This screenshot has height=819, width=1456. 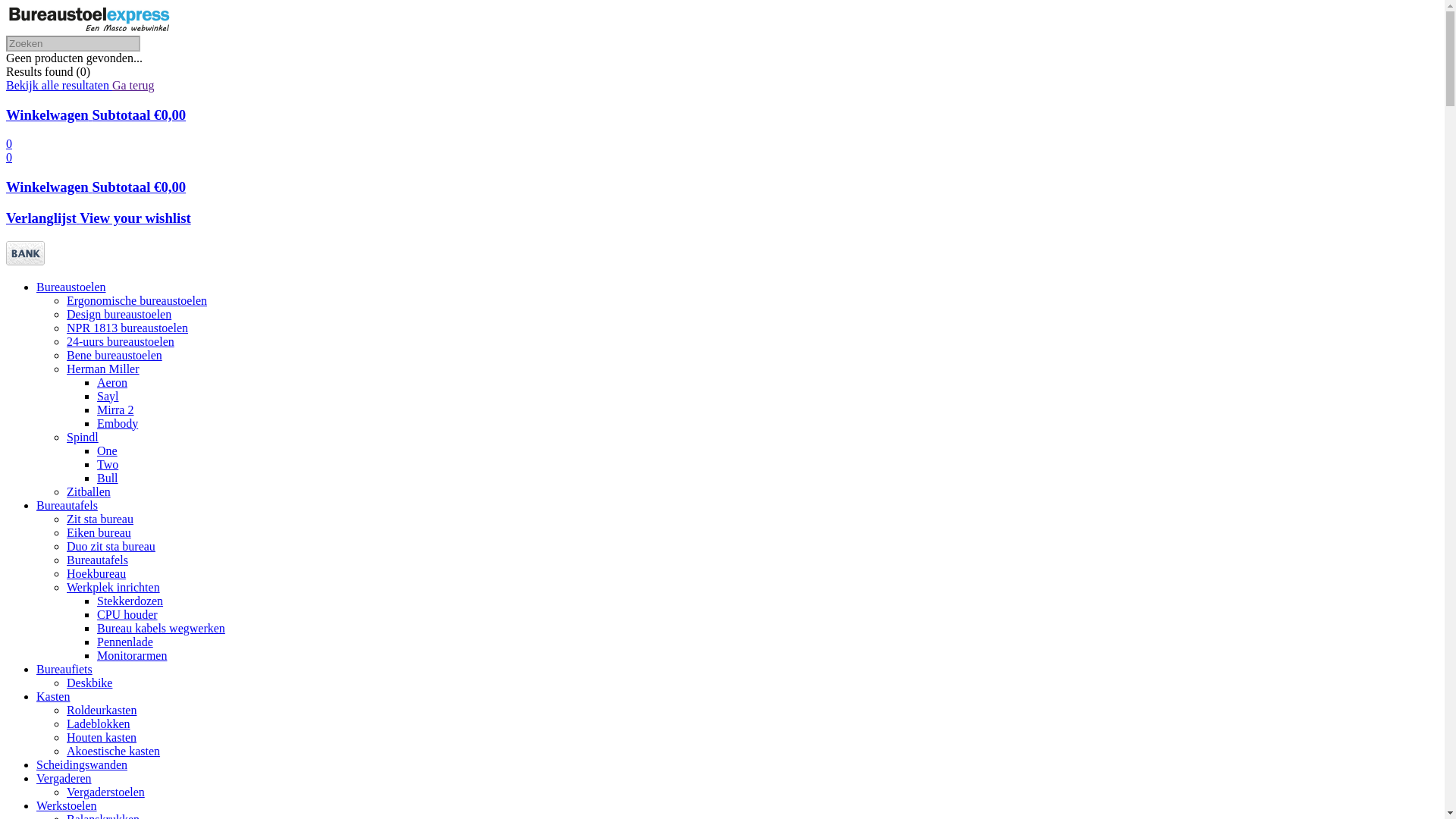 What do you see at coordinates (127, 327) in the screenshot?
I see `'NPR 1813 bureaustoelen'` at bounding box center [127, 327].